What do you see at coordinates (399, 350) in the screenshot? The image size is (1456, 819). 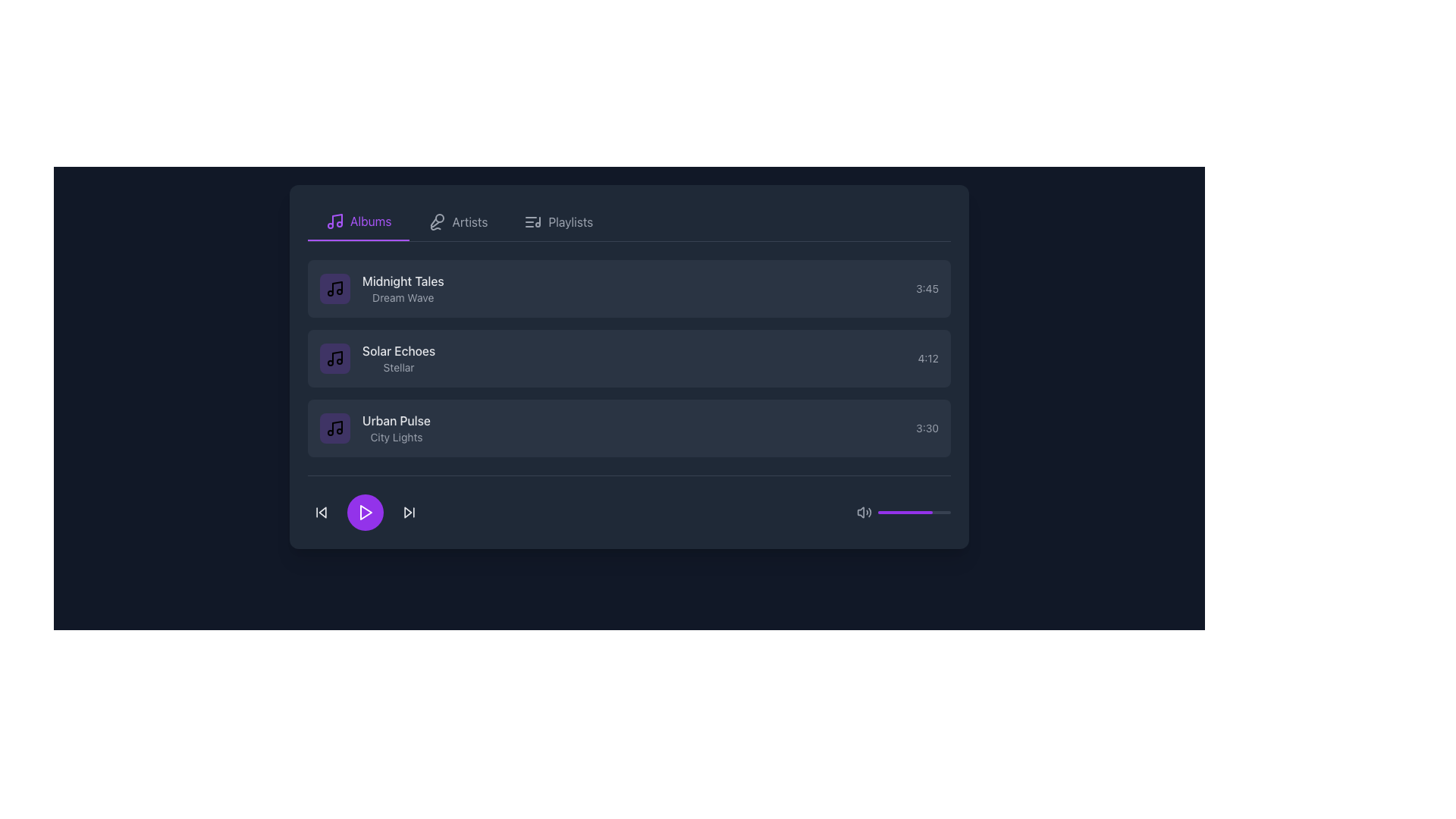 I see `text content of the label displaying 'Solar Echoes', which is a medium-sized light gray text against a dark blue background, located in the left half of the interface above the text 'Stellar'` at bounding box center [399, 350].